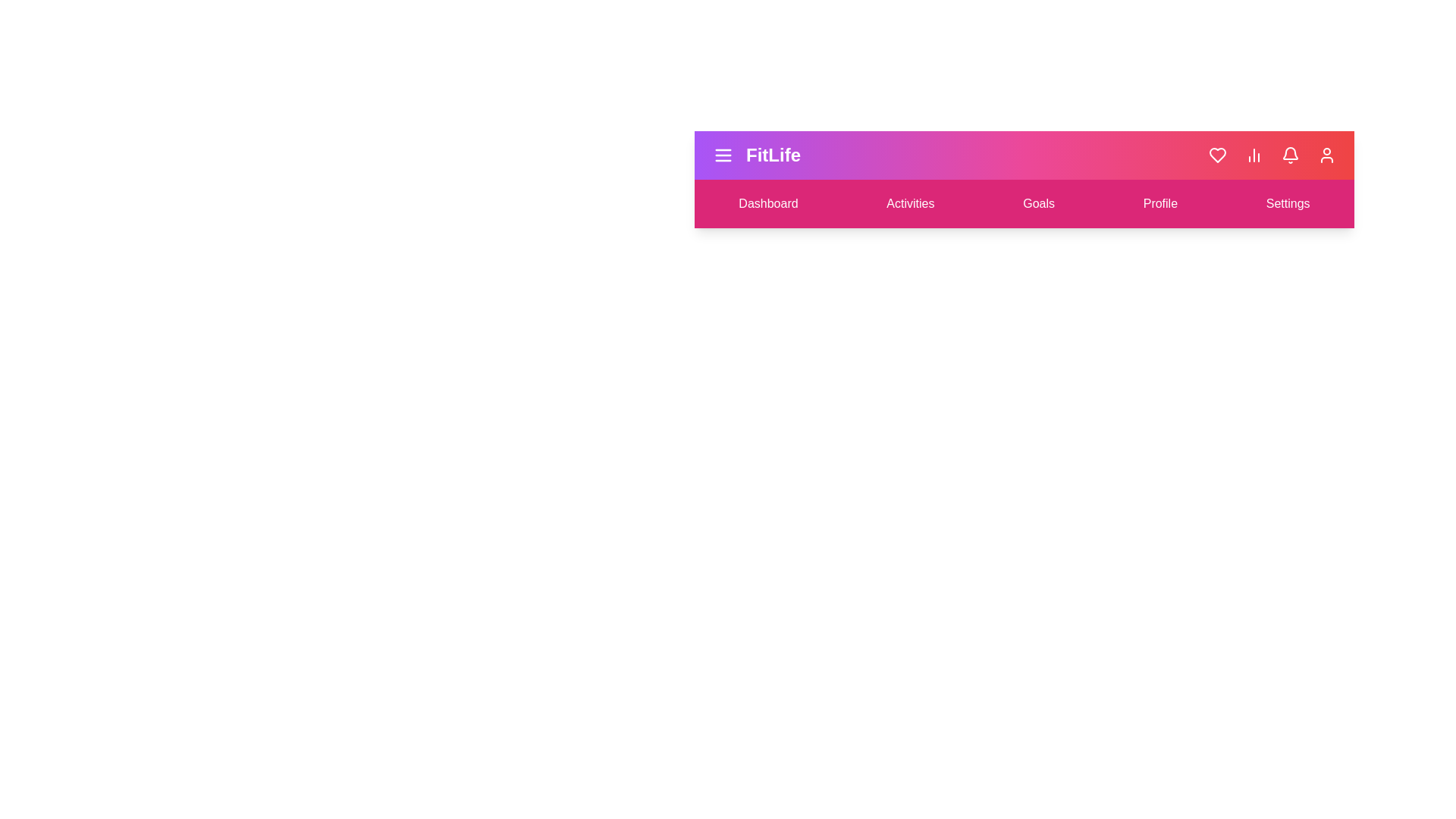 This screenshot has height=819, width=1456. Describe the element at coordinates (1326, 155) in the screenshot. I see `the user icon to access the profile` at that location.